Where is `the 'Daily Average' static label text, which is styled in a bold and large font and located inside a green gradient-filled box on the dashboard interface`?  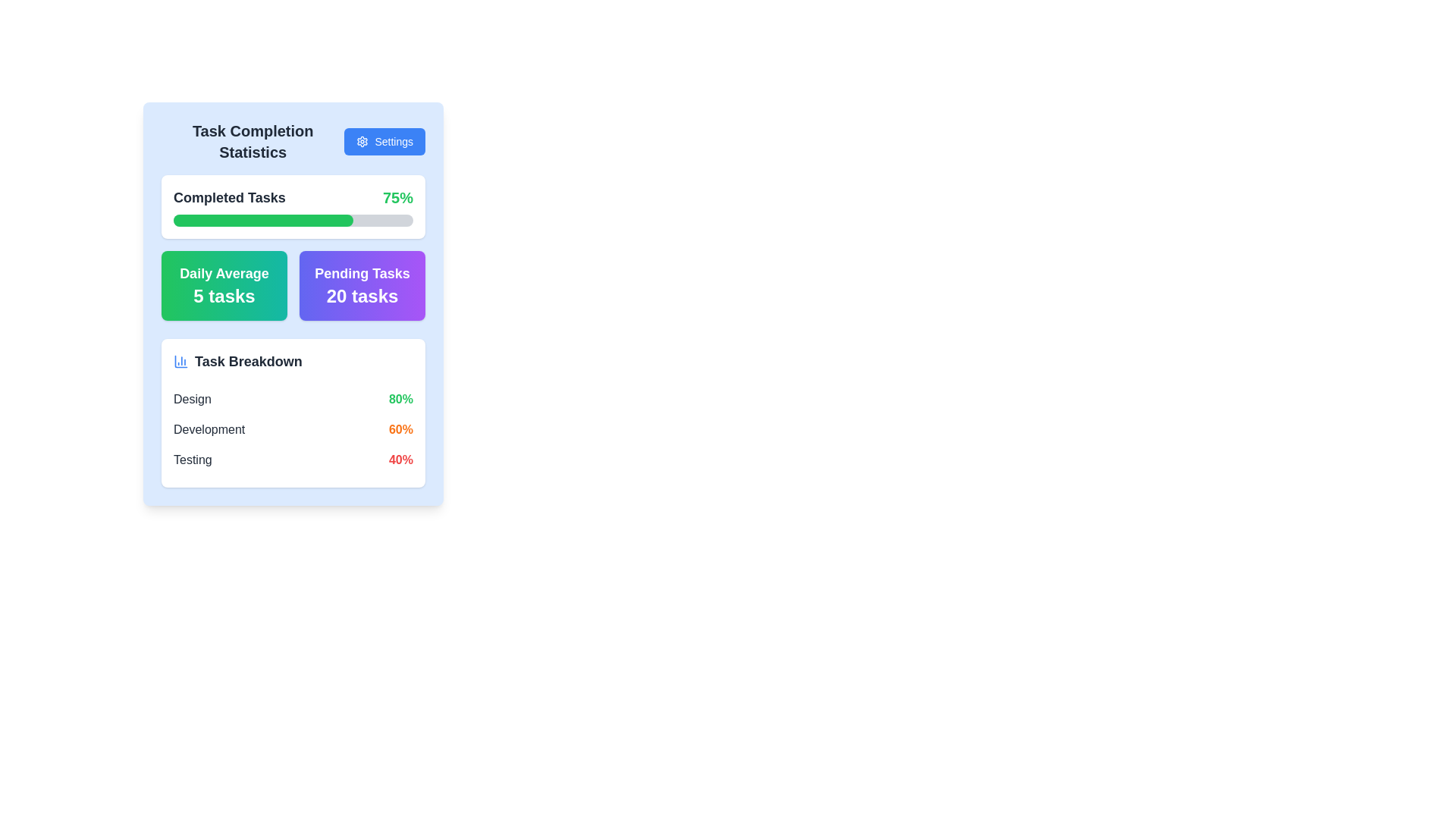
the 'Daily Average' static label text, which is styled in a bold and large font and located inside a green gradient-filled box on the dashboard interface is located at coordinates (224, 274).